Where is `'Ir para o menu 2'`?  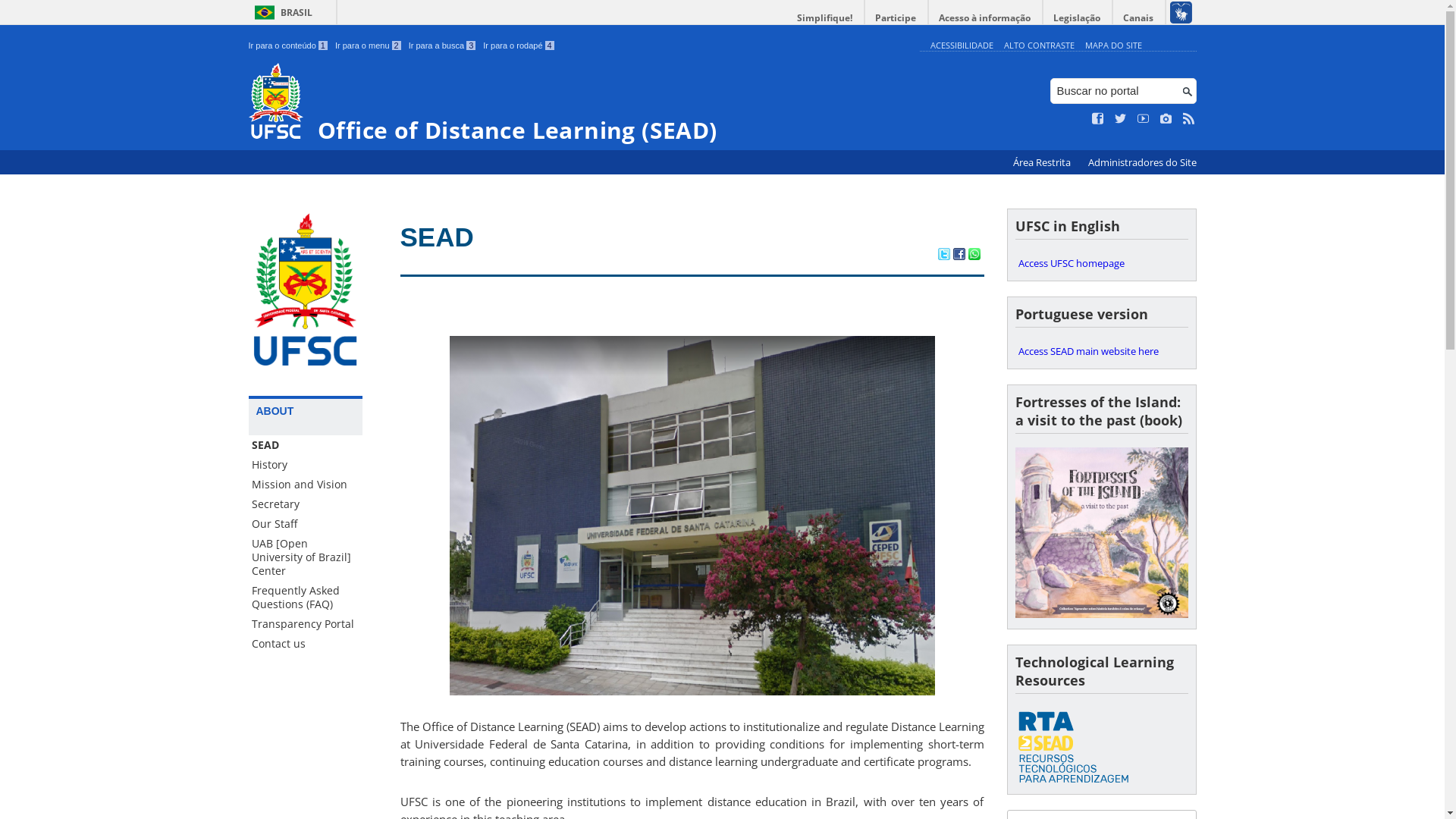
'Ir para o menu 2' is located at coordinates (334, 45).